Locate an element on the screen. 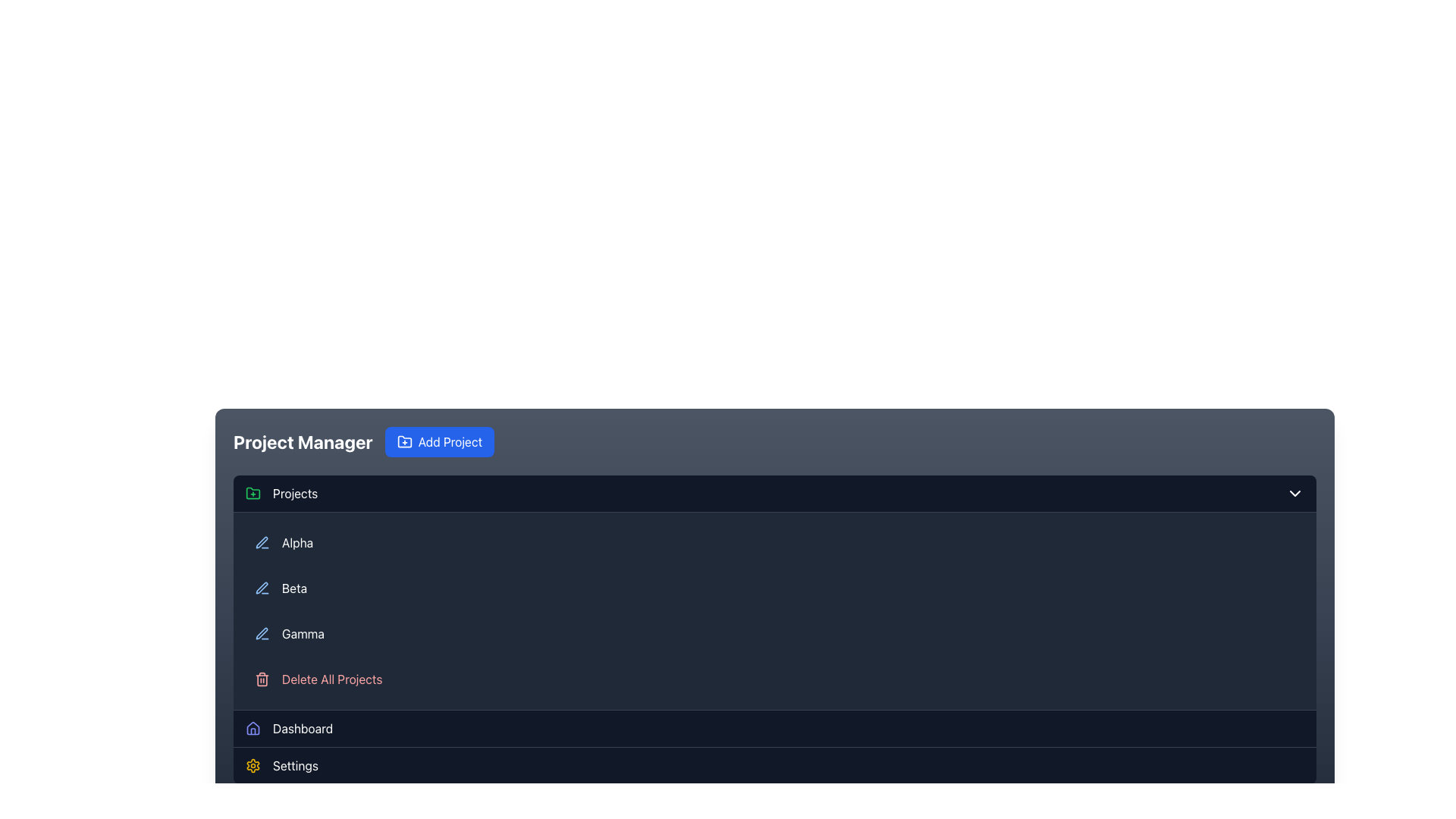  the chevron icon on the far right side of the 'Projects' row is located at coordinates (1294, 494).